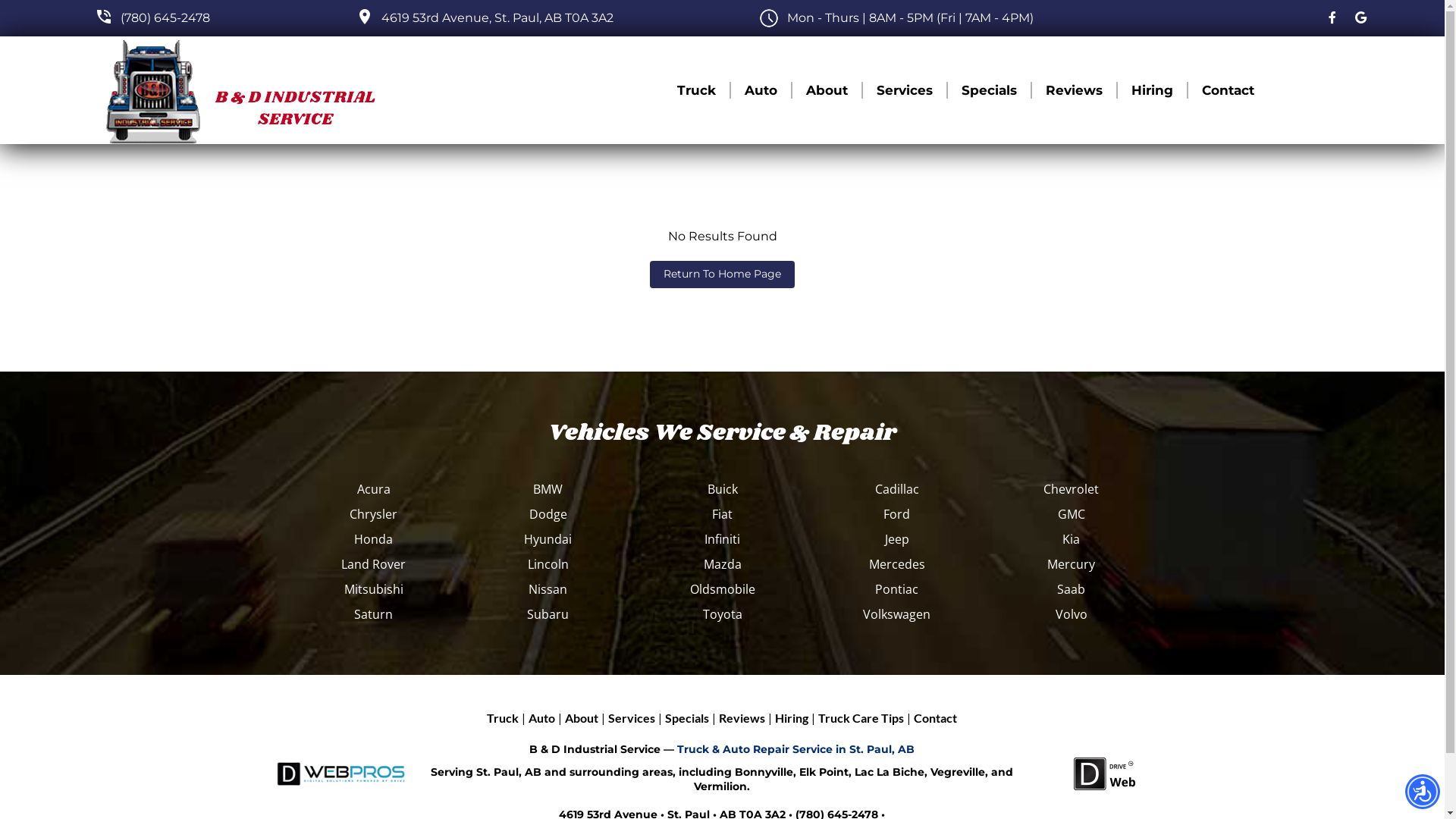 The image size is (1456, 819). What do you see at coordinates (896, 614) in the screenshot?
I see `'Volkswagen'` at bounding box center [896, 614].